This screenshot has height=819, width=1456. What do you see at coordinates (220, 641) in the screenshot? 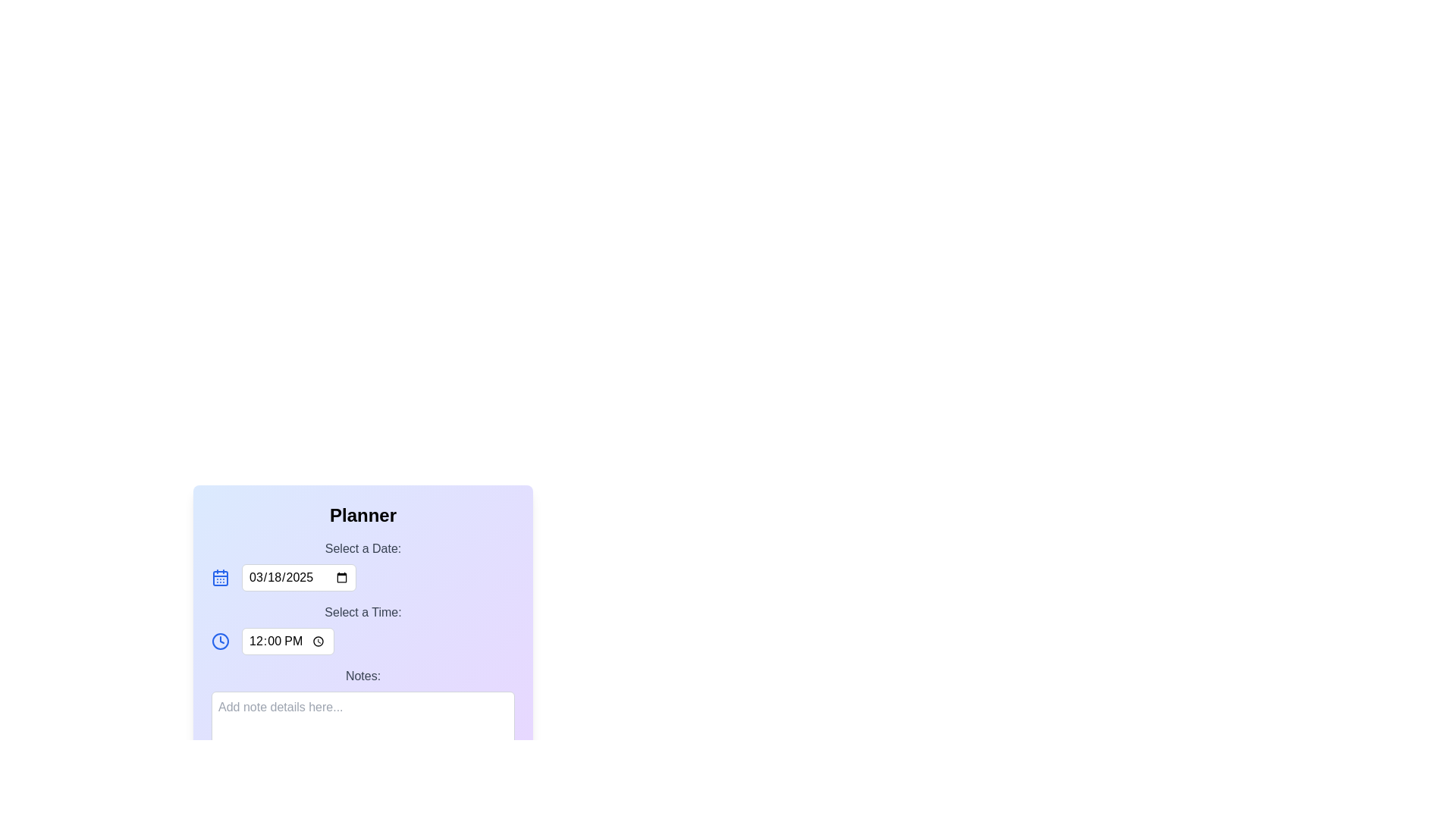
I see `the blue circular graphic that represents the outer border of the clock icon located near the 'Select a Time' label` at bounding box center [220, 641].